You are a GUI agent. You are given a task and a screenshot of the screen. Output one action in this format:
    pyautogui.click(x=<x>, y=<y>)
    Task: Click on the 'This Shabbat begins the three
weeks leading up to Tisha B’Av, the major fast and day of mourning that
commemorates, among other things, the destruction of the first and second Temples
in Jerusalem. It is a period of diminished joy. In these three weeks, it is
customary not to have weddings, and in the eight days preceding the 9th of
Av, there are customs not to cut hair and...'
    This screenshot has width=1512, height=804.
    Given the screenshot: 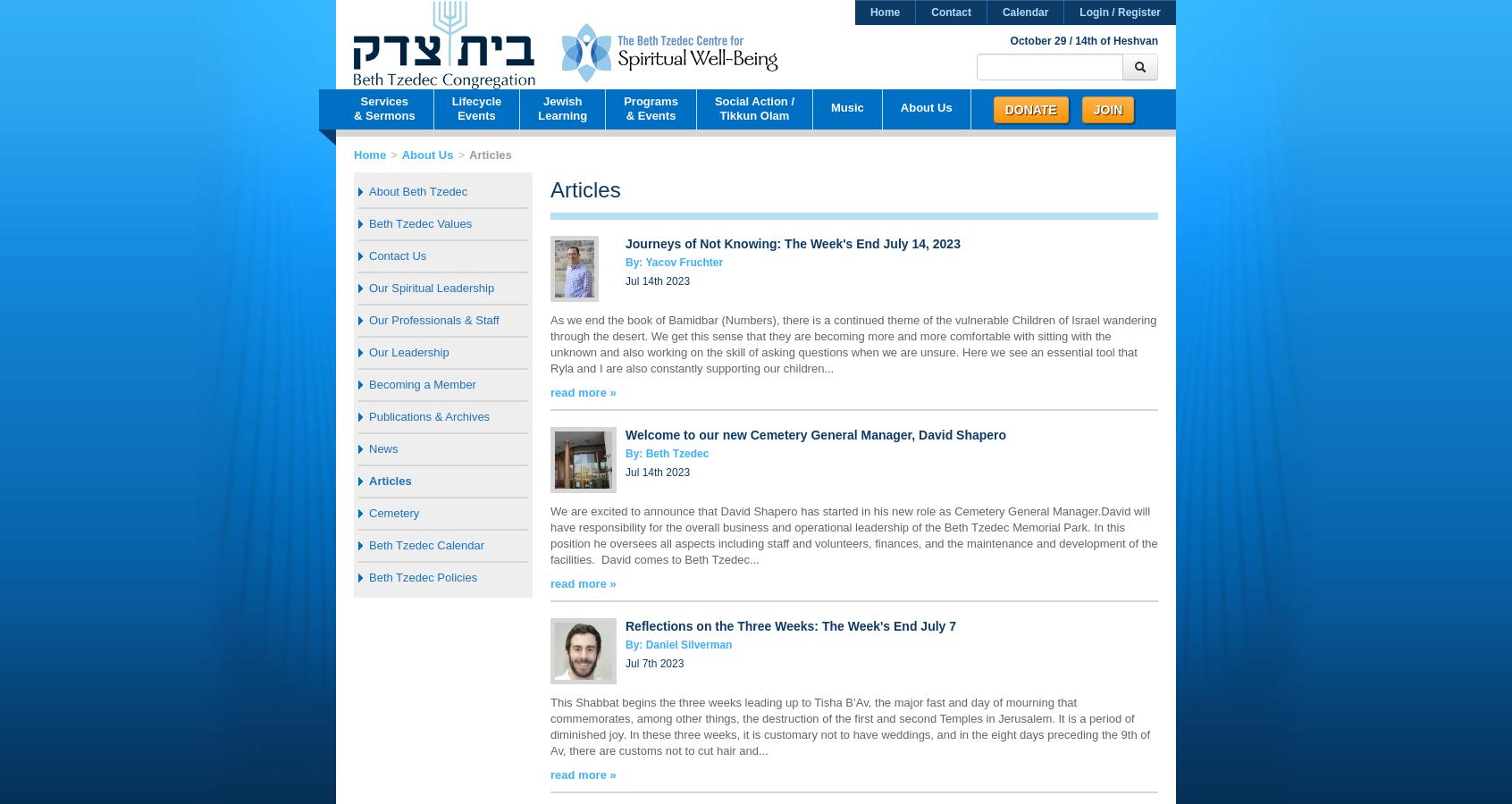 What is the action you would take?
    pyautogui.click(x=850, y=726)
    